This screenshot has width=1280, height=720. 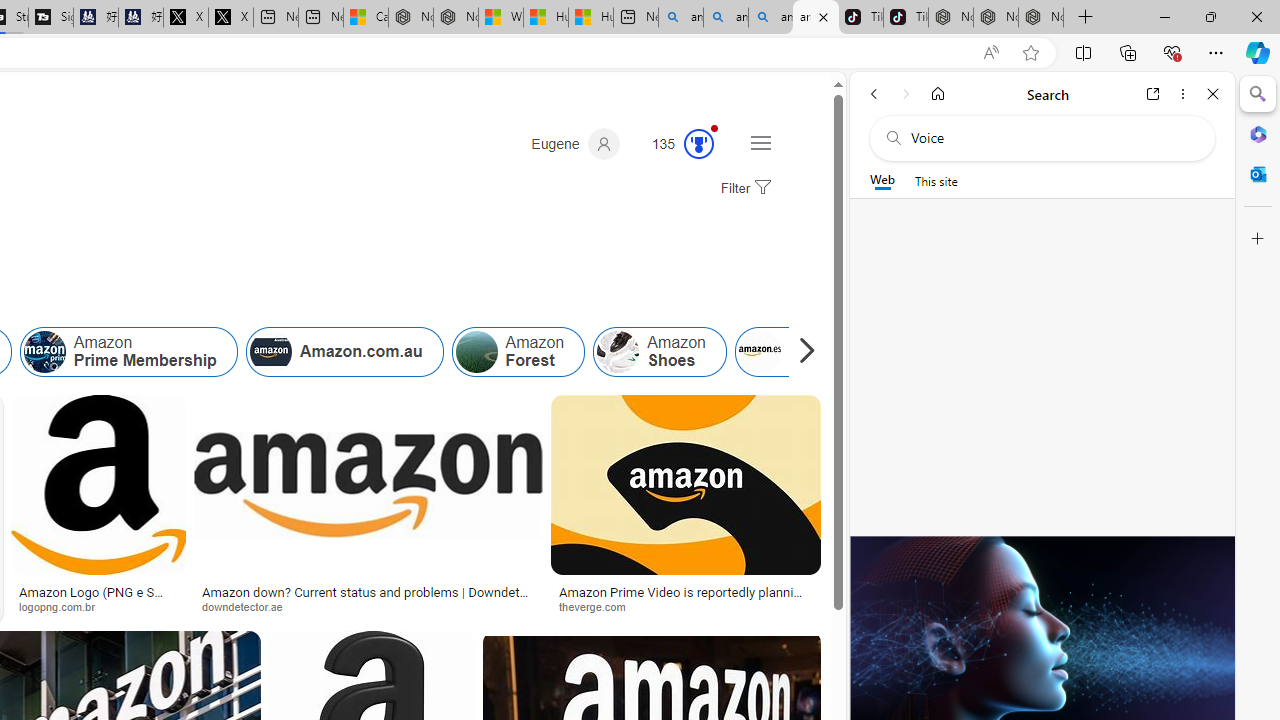 What do you see at coordinates (475, 351) in the screenshot?
I see `'Amazon Forest'` at bounding box center [475, 351].